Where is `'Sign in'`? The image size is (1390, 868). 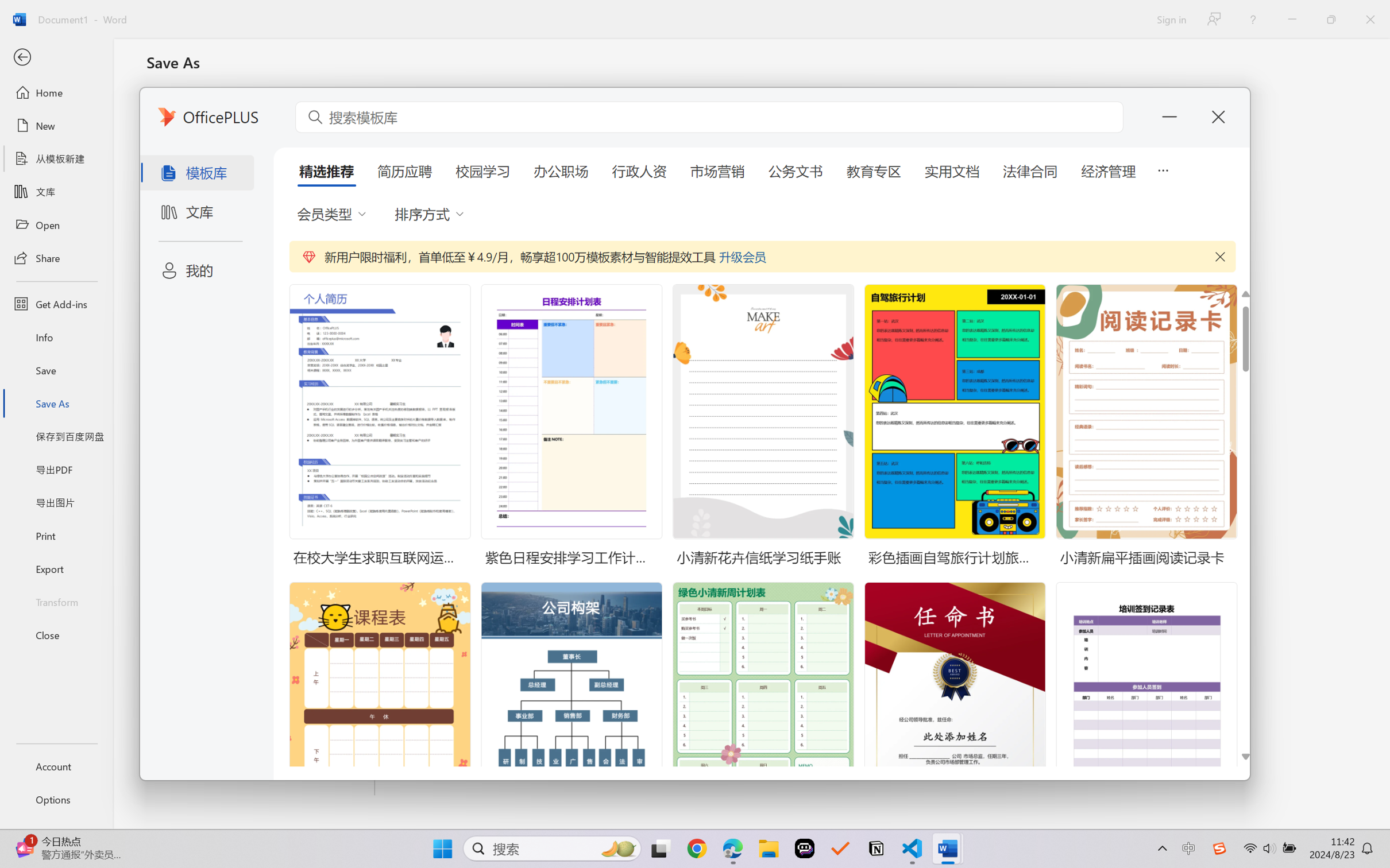
'Sign in' is located at coordinates (1170, 19).